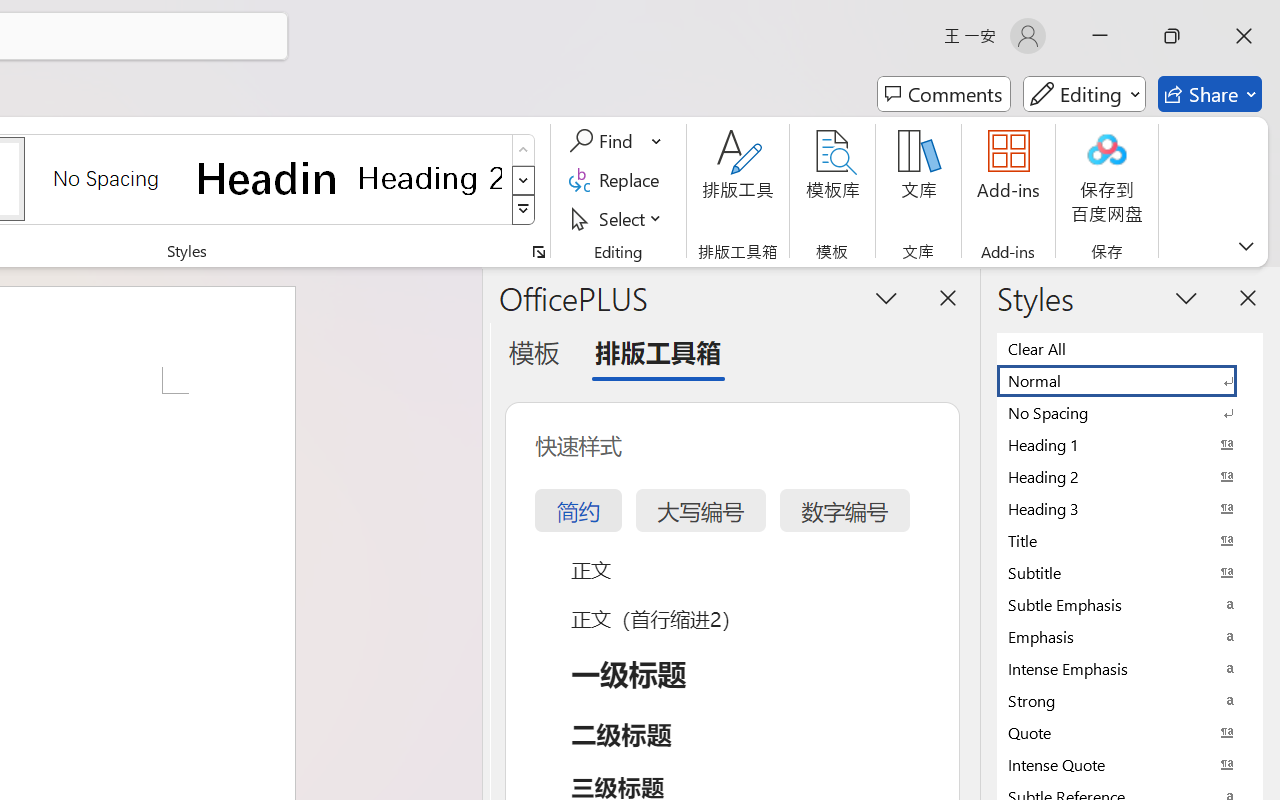 The image size is (1280, 800). Describe the element at coordinates (1130, 412) in the screenshot. I see `'No Spacing'` at that location.